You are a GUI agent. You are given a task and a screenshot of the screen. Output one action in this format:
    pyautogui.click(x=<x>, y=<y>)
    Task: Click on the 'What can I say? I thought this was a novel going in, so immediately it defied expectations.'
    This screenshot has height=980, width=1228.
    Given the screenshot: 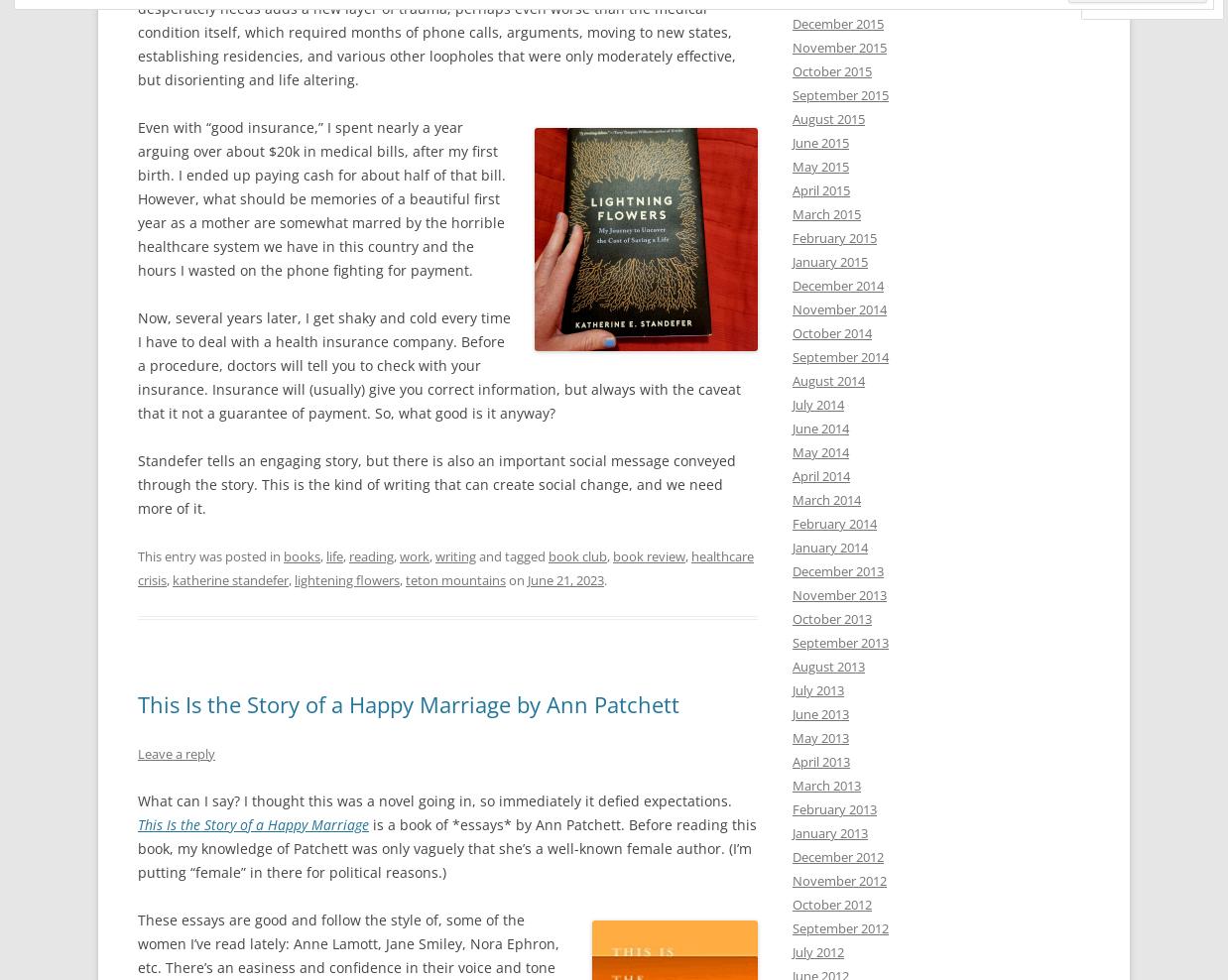 What is the action you would take?
    pyautogui.click(x=433, y=799)
    